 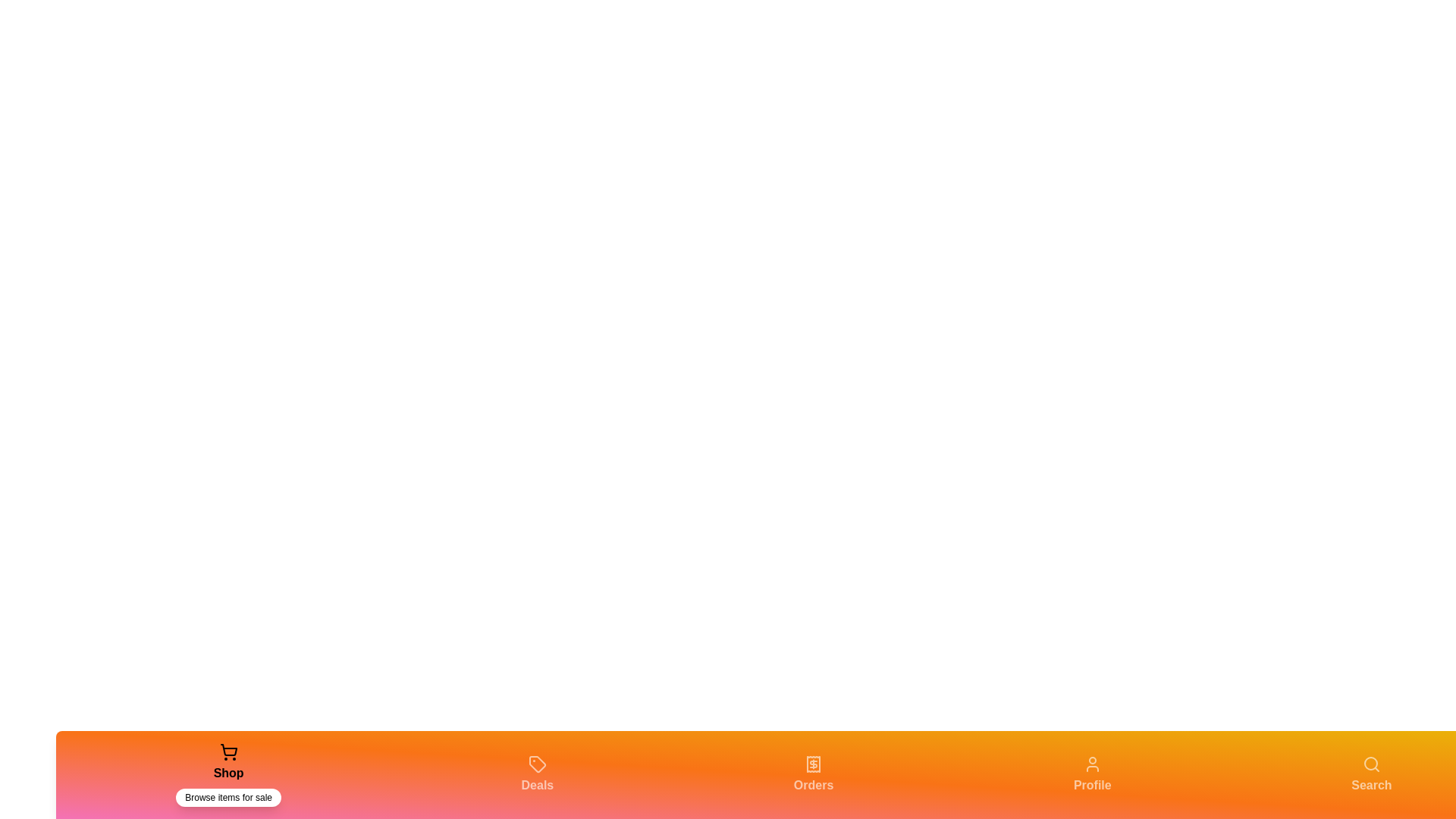 I want to click on the Deals tab in the bottom navigation bar, so click(x=537, y=775).